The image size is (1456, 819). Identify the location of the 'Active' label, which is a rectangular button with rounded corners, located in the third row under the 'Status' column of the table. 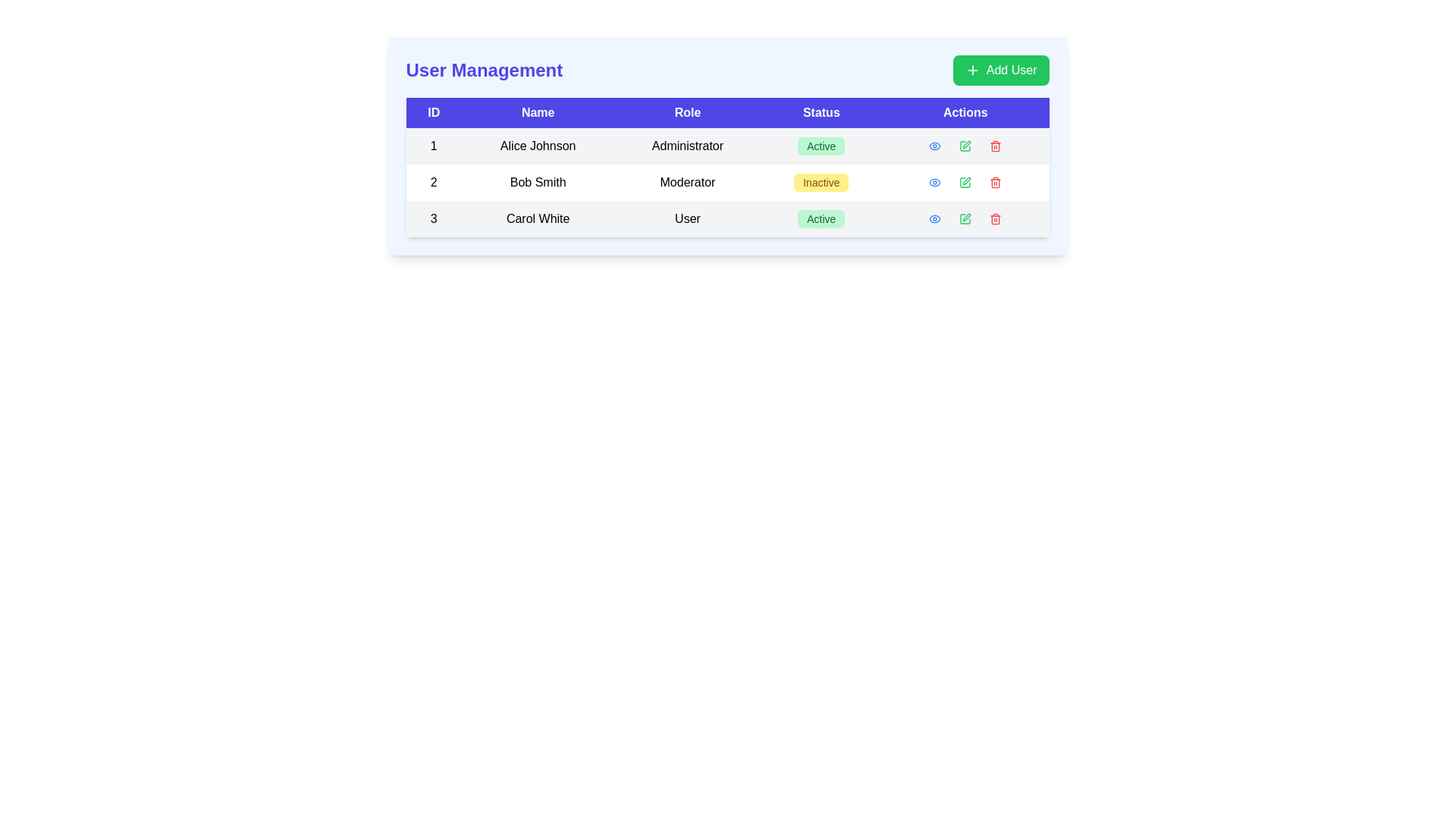
(821, 219).